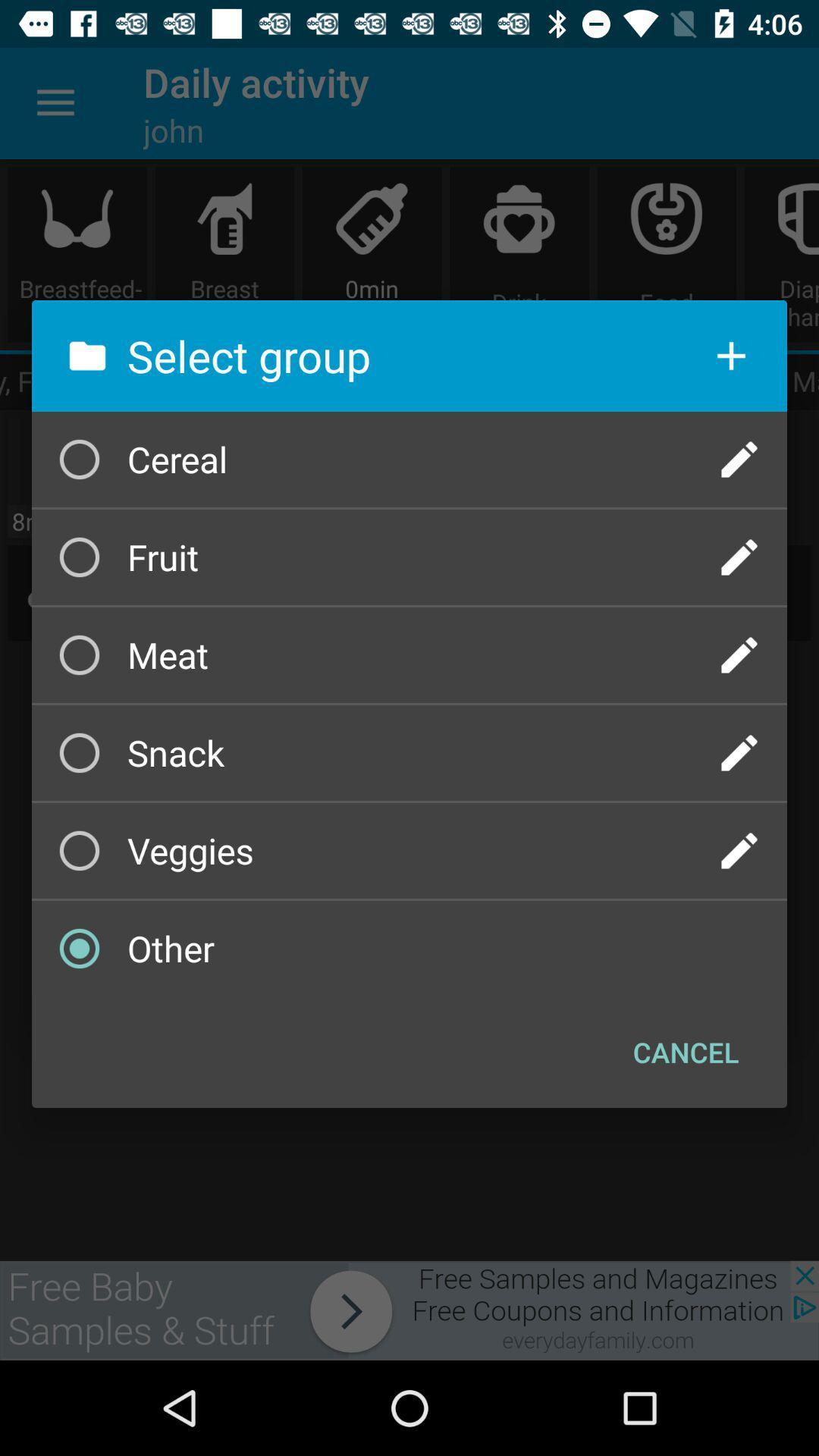 Image resolution: width=819 pixels, height=1456 pixels. Describe the element at coordinates (739, 753) in the screenshot. I see `edit` at that location.